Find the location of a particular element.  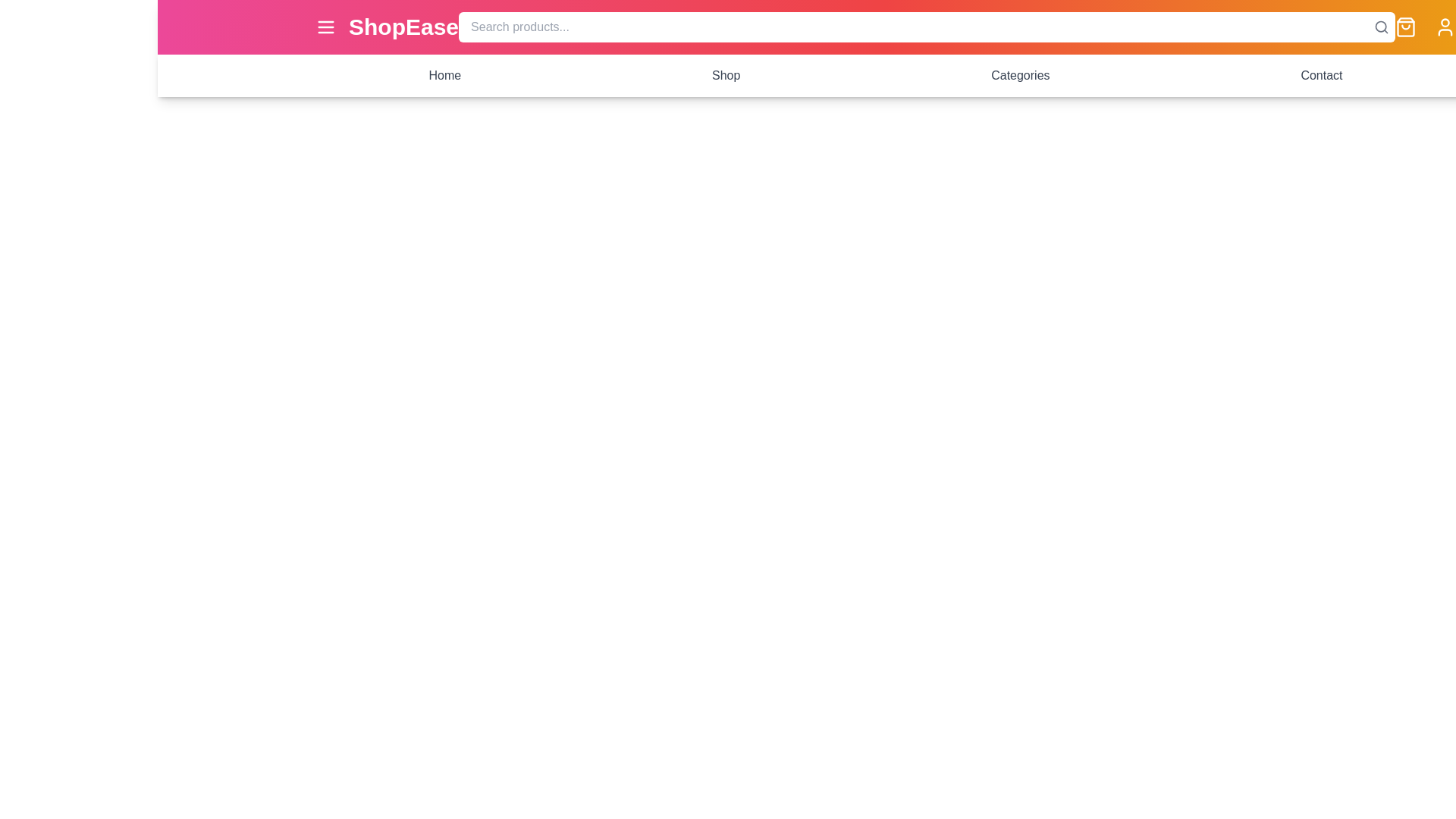

the menu icon to toggle the navigation menu is located at coordinates (325, 27).